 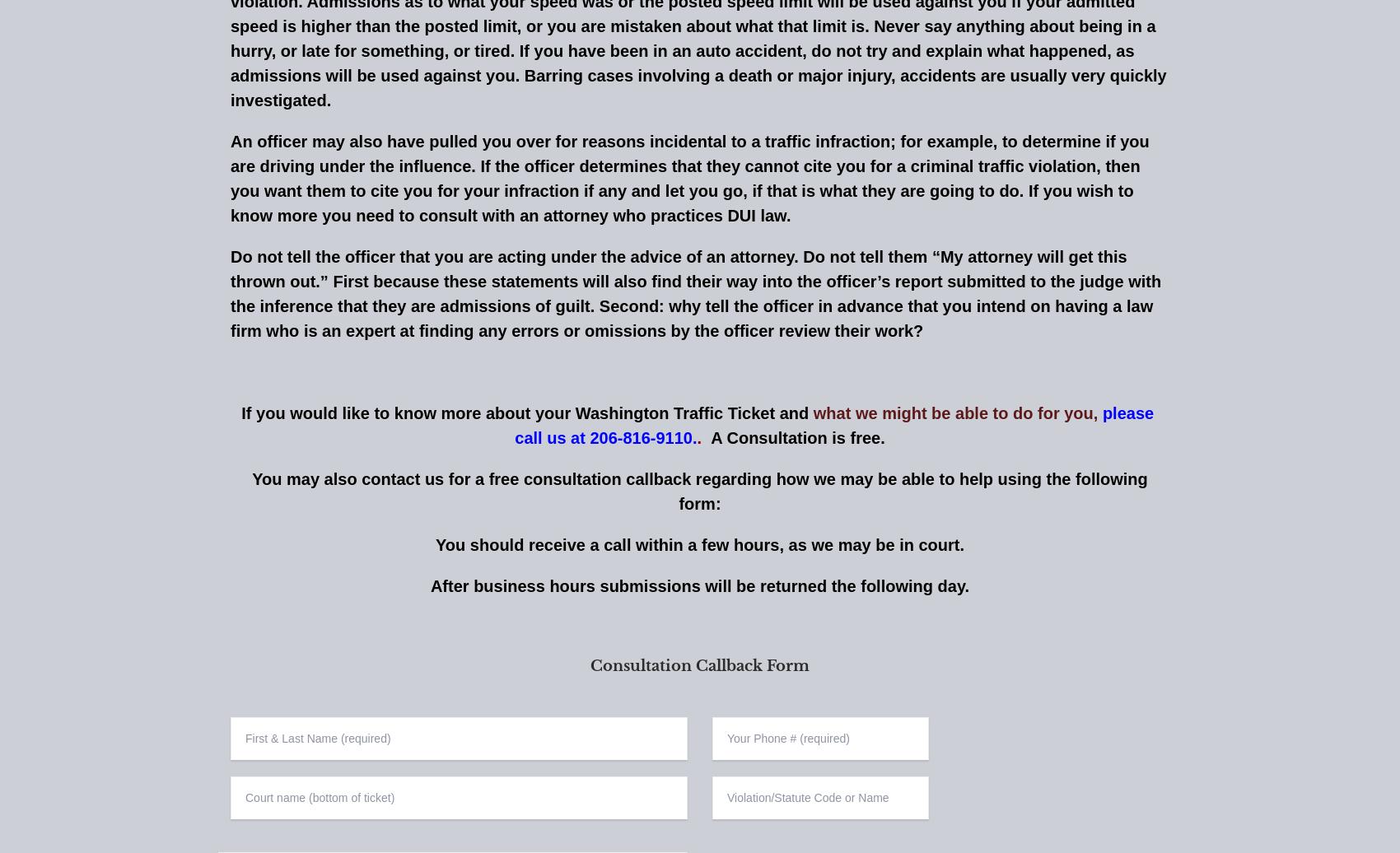 What do you see at coordinates (698, 491) in the screenshot?
I see `'You may also contact us for a free consultation callback regarding how we may be able to help using the following form:'` at bounding box center [698, 491].